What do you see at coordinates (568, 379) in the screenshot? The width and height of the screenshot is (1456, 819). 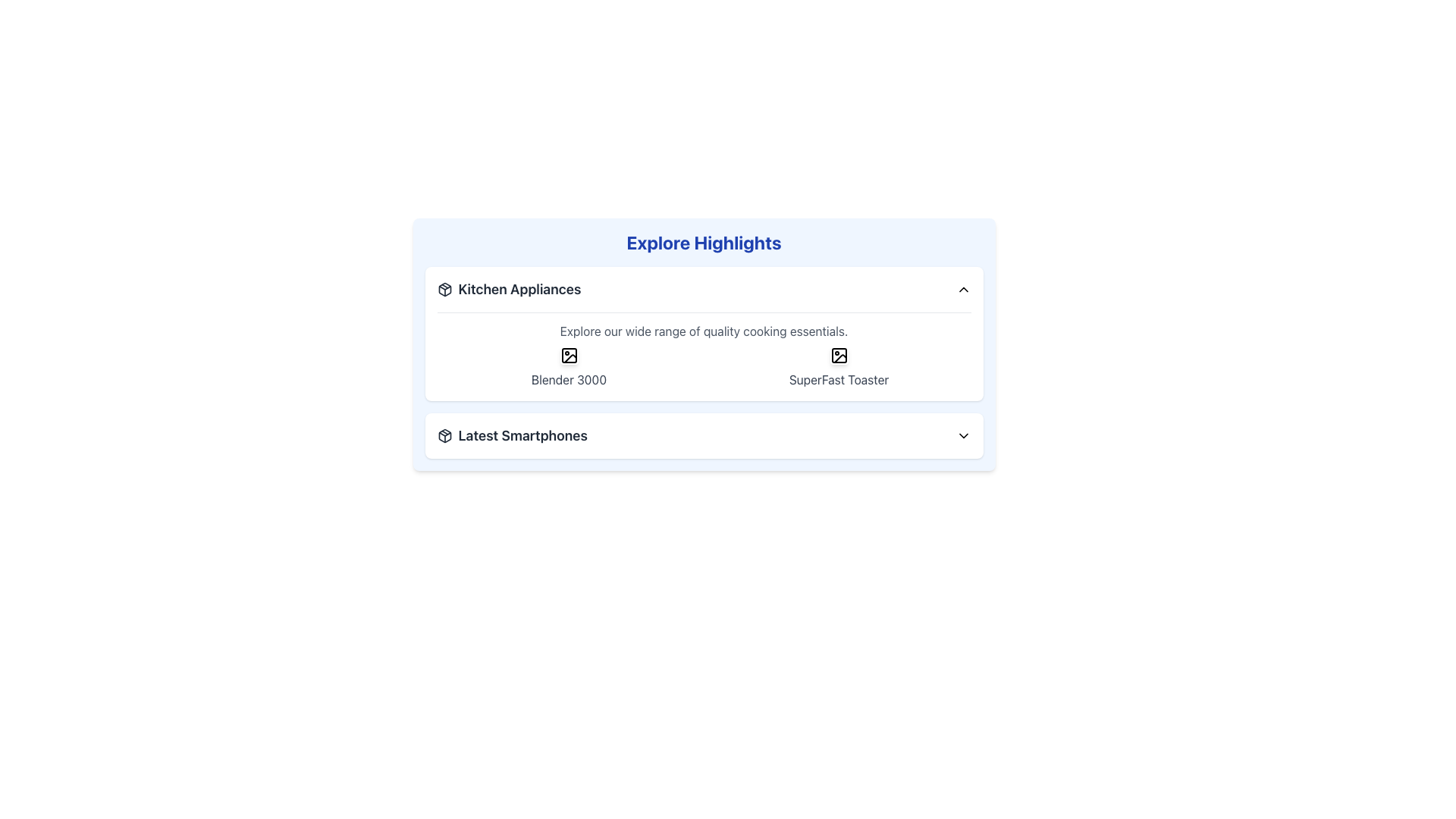 I see `the text label identifying the item as 'Blender 3000' which serves as a descriptor within the kitchen appliances section` at bounding box center [568, 379].